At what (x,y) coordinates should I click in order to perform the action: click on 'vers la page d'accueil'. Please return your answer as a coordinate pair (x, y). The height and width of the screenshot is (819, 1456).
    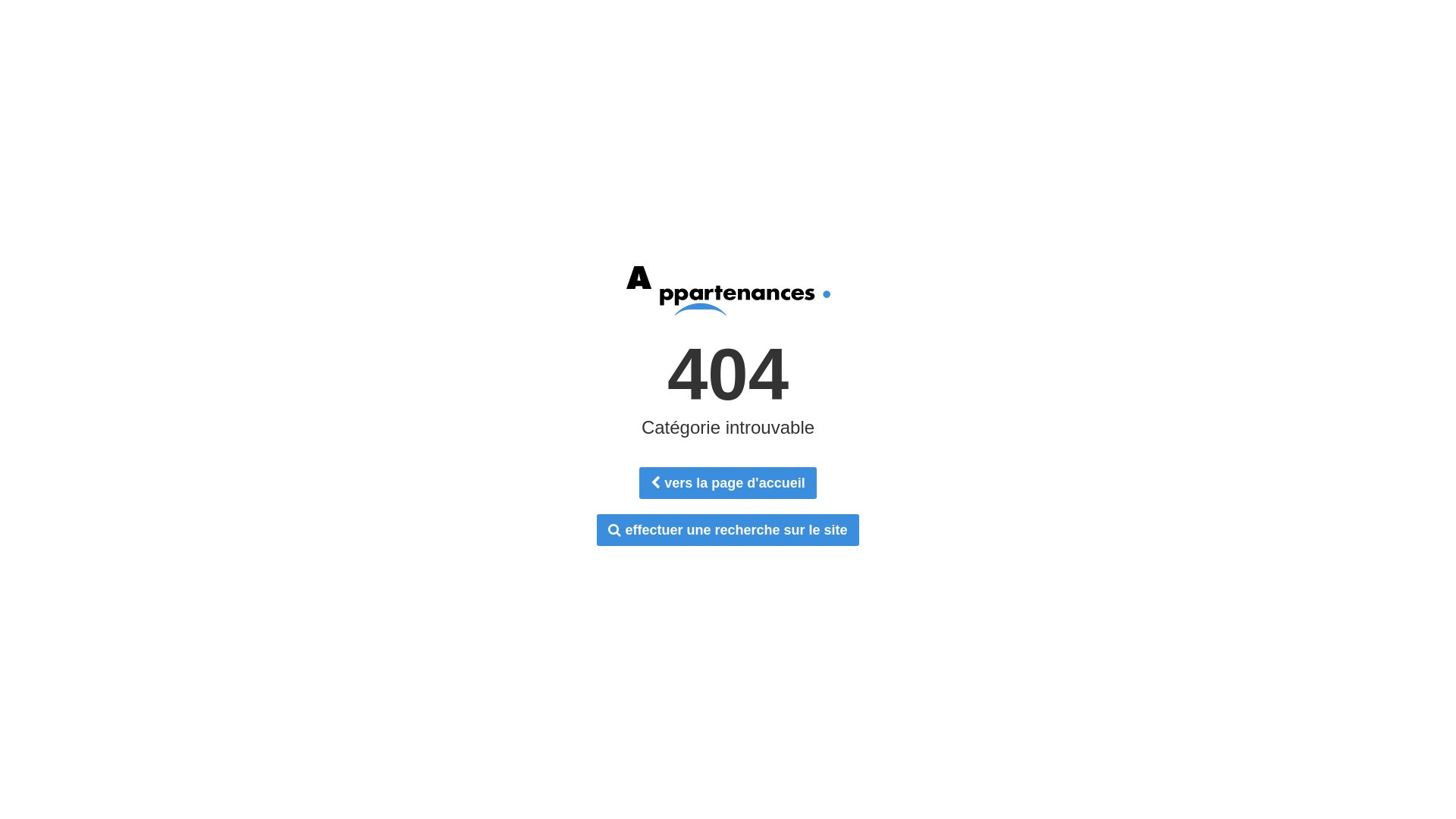
    Looking at the image, I should click on (726, 482).